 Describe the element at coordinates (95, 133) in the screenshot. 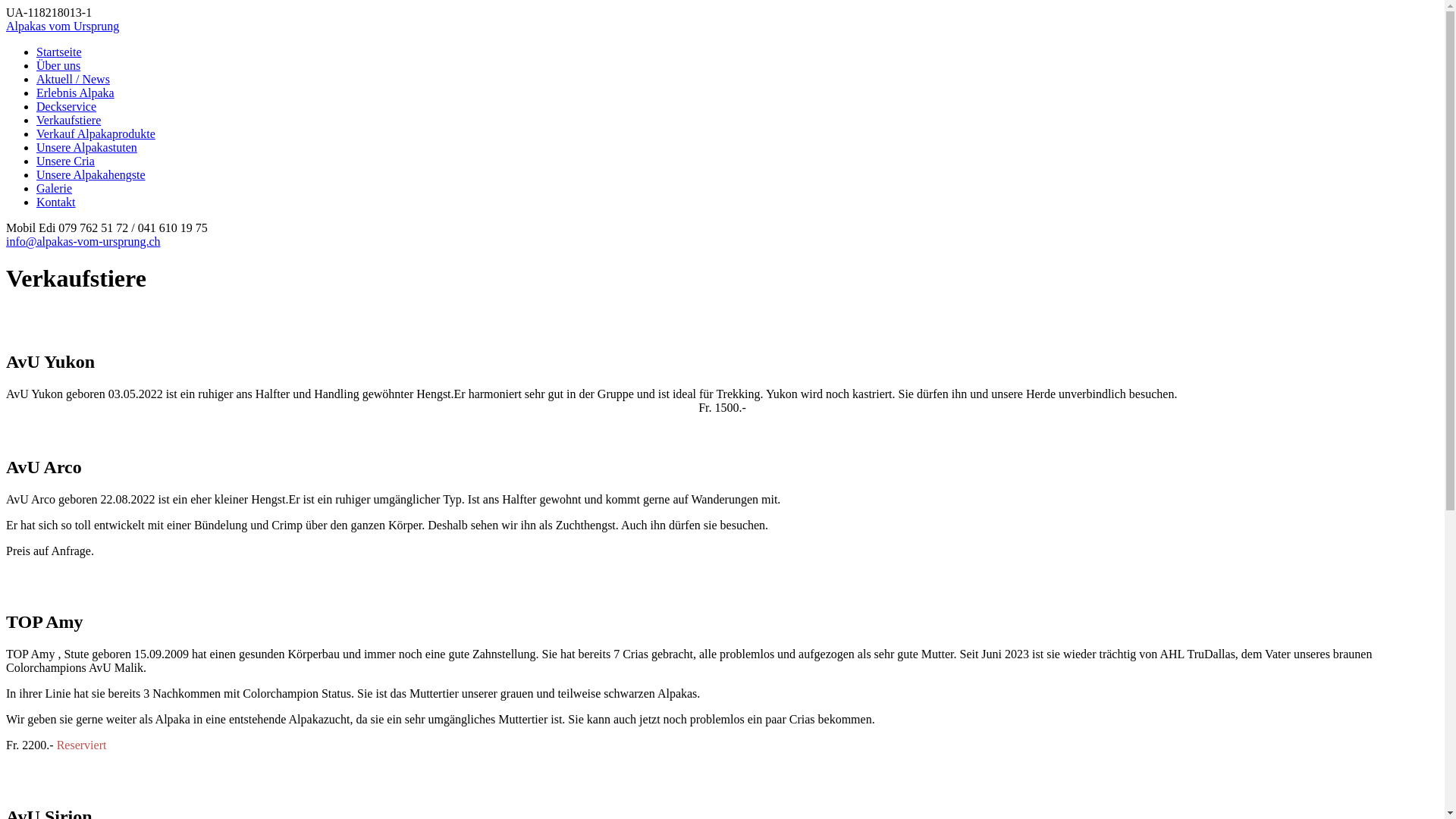

I see `'Verkauf Alpakaprodukte'` at that location.